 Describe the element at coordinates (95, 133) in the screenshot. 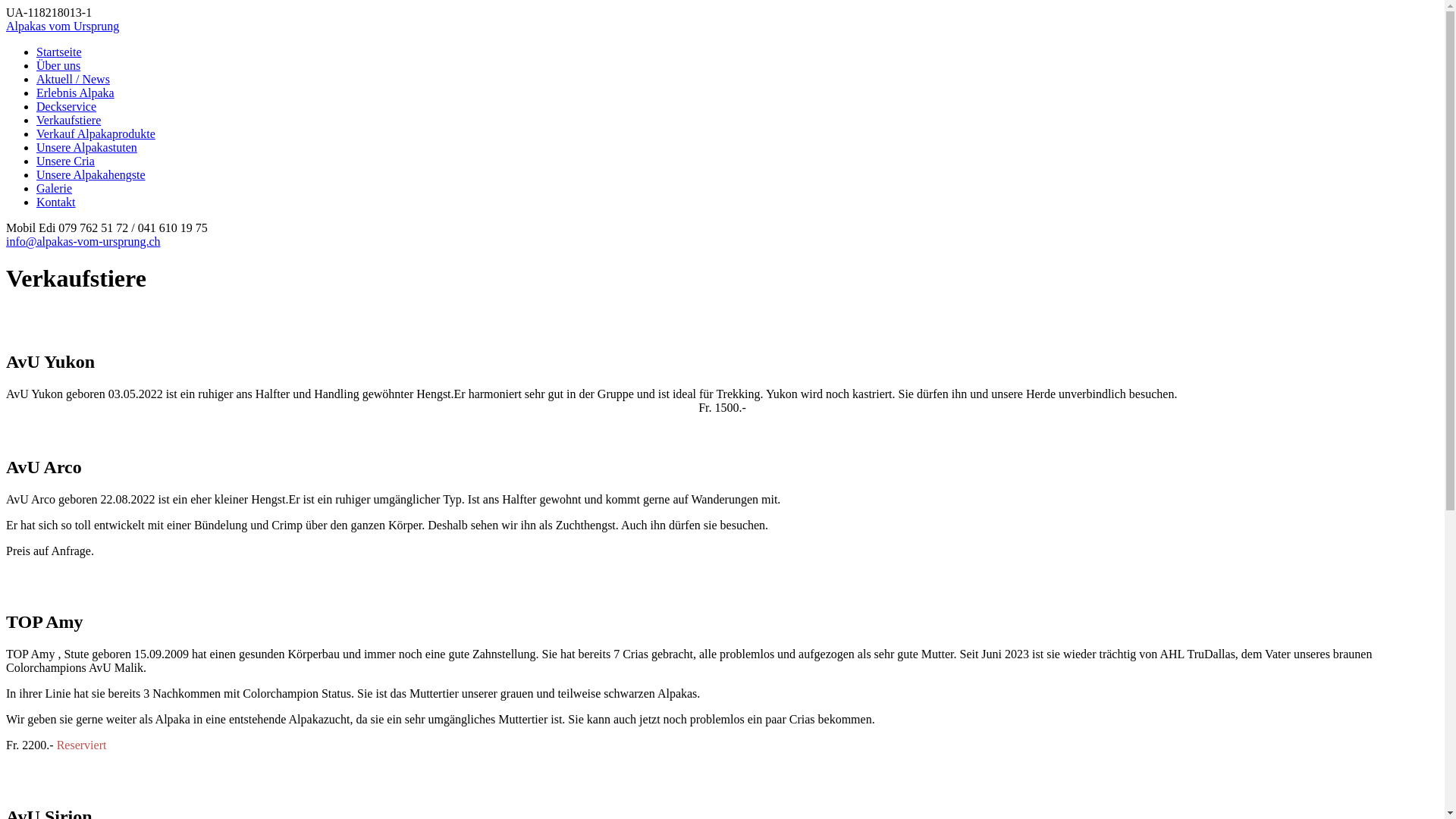

I see `'Verkauf Alpakaprodukte'` at that location.